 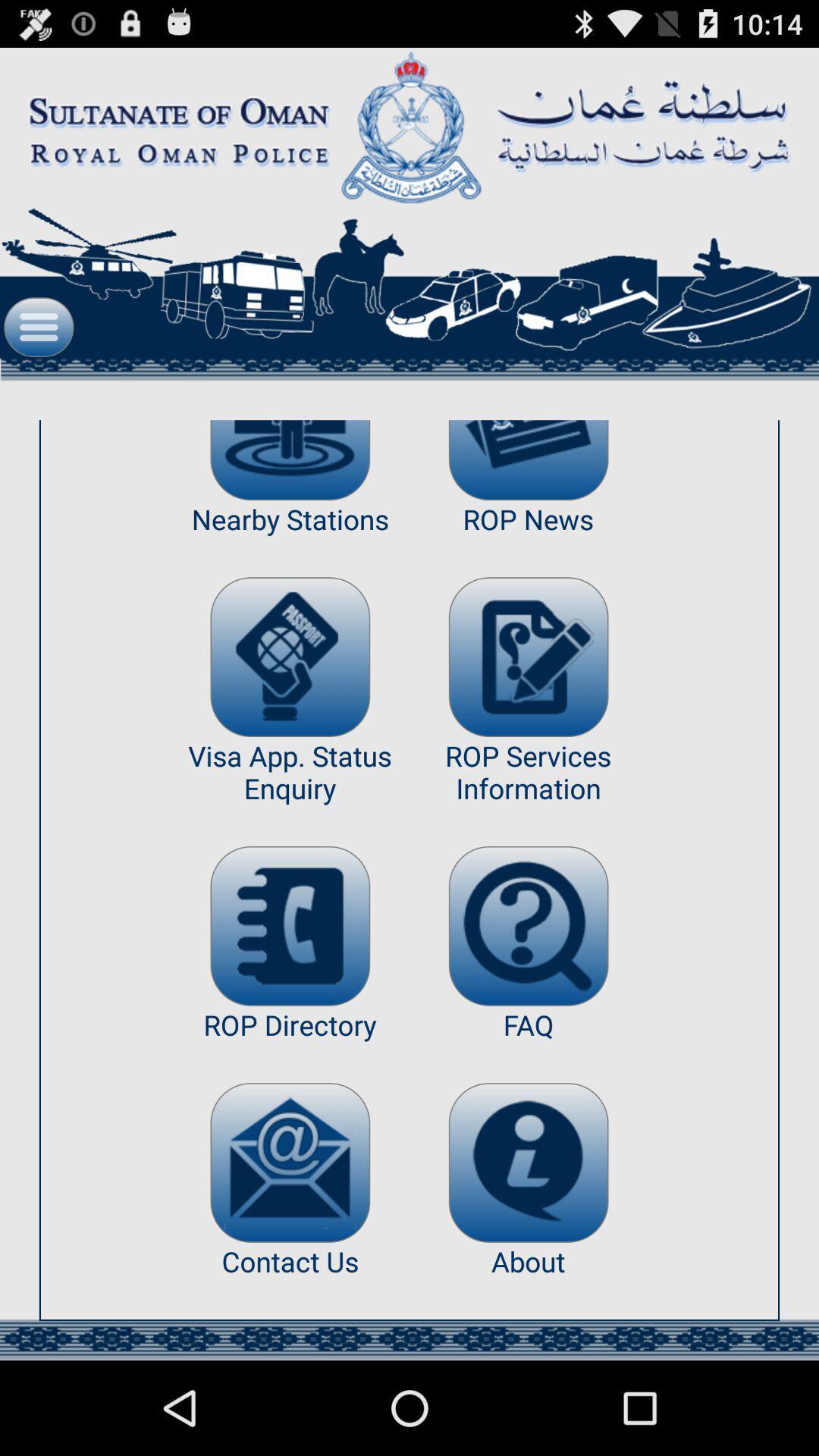 What do you see at coordinates (528, 1162) in the screenshot?
I see `the icon below faq icon` at bounding box center [528, 1162].